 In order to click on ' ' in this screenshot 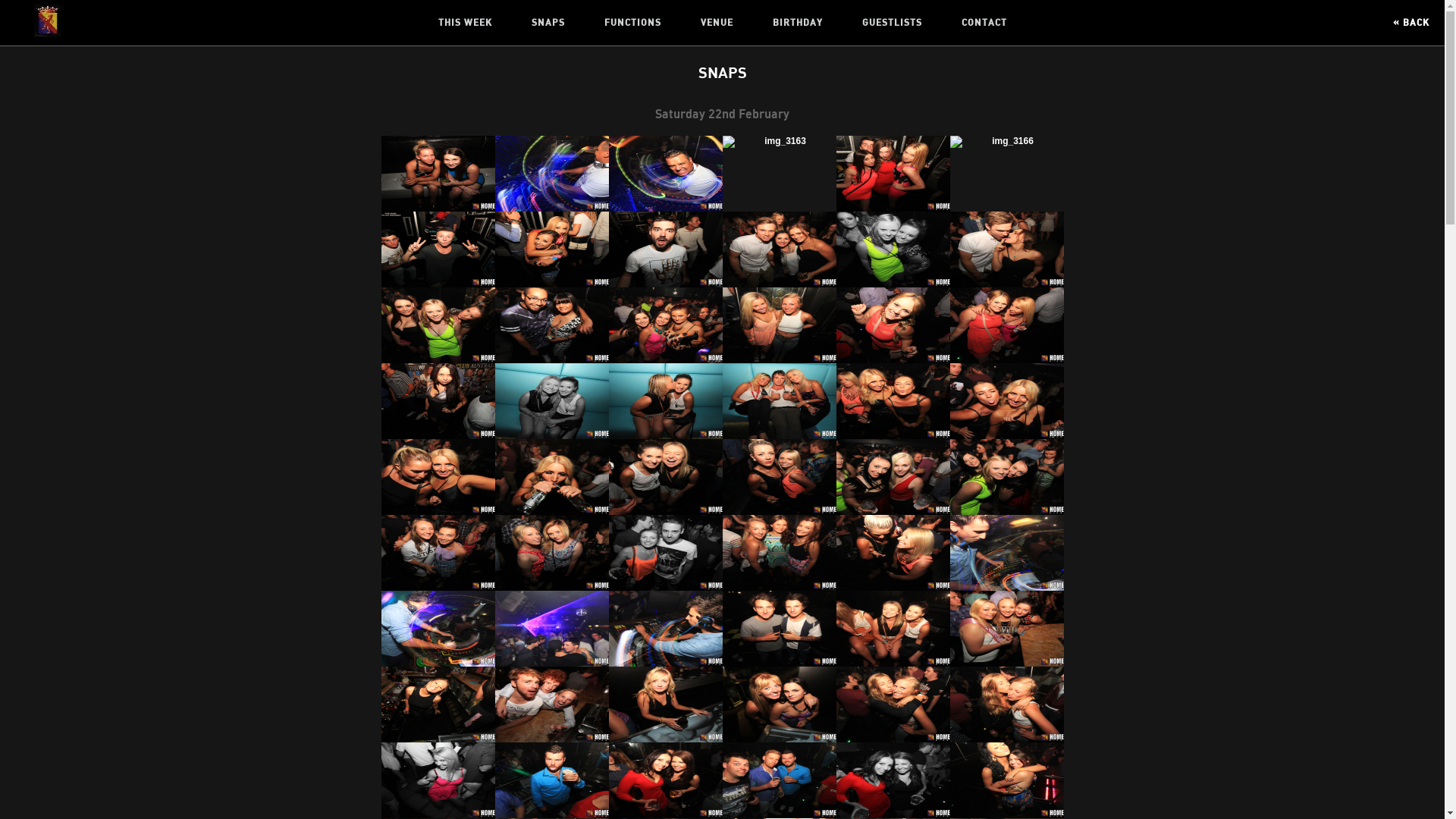, I will do `click(665, 400)`.